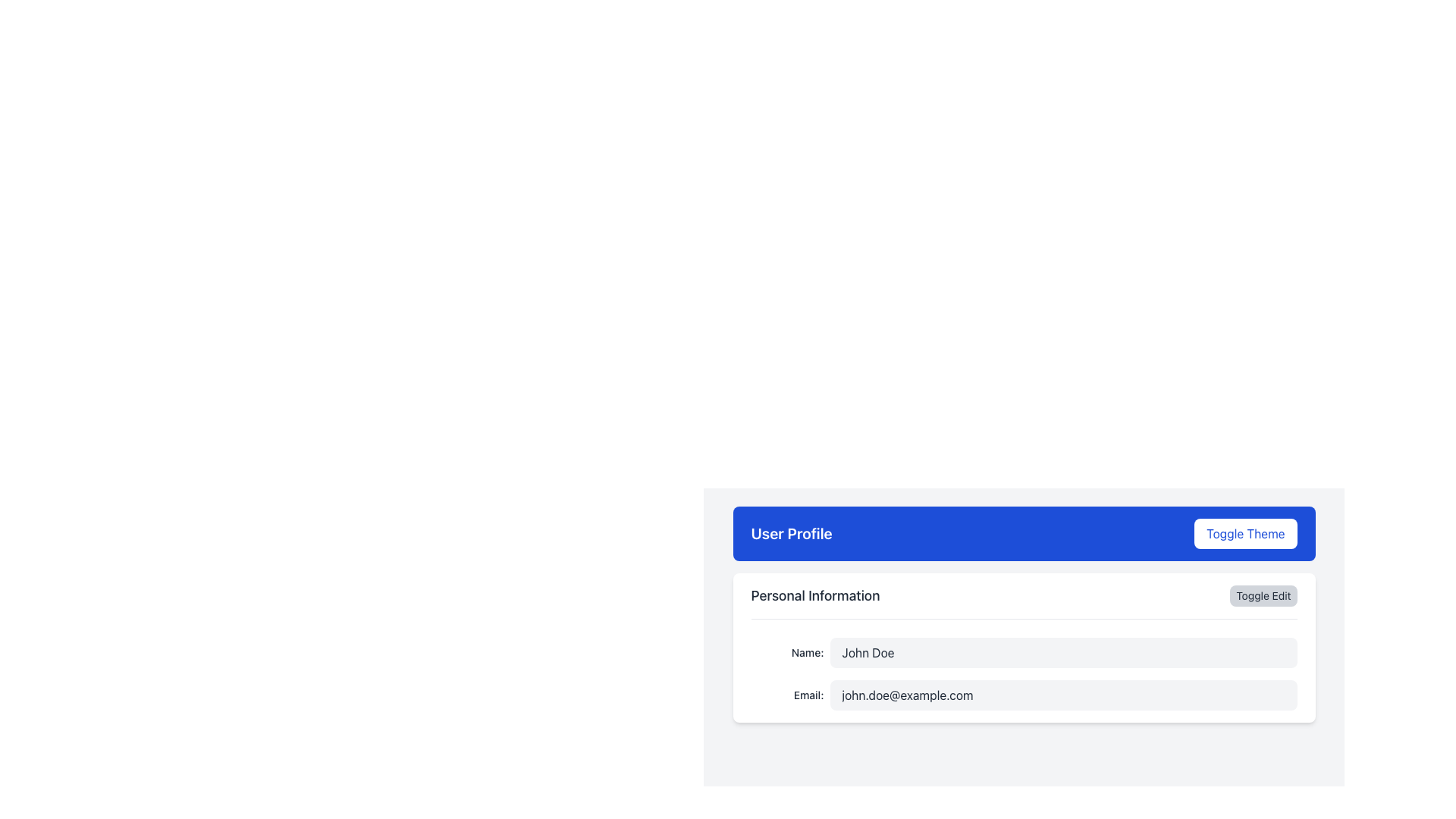  What do you see at coordinates (791, 533) in the screenshot?
I see `the 'User Profile' text label, which is styled in a bold, large font and displayed in white on a blue rectangular background, located in the top-left corner of a blue bar` at bounding box center [791, 533].